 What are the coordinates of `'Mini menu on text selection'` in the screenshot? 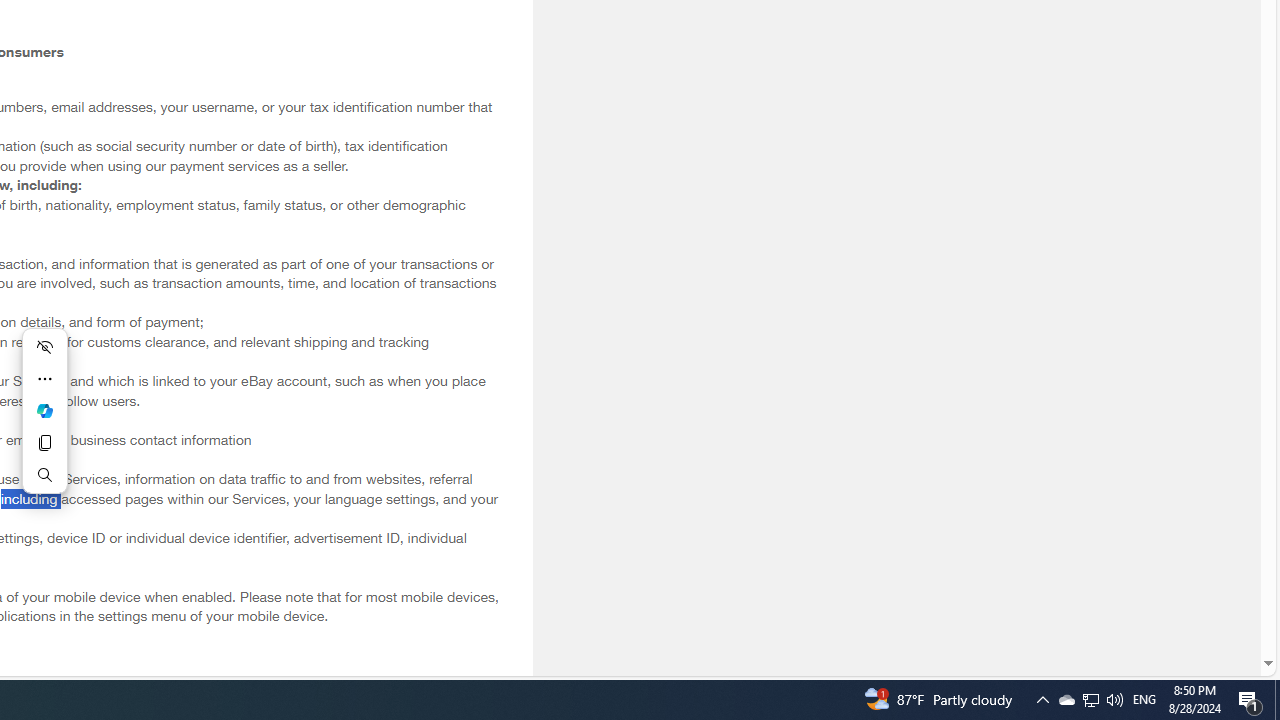 It's located at (44, 410).